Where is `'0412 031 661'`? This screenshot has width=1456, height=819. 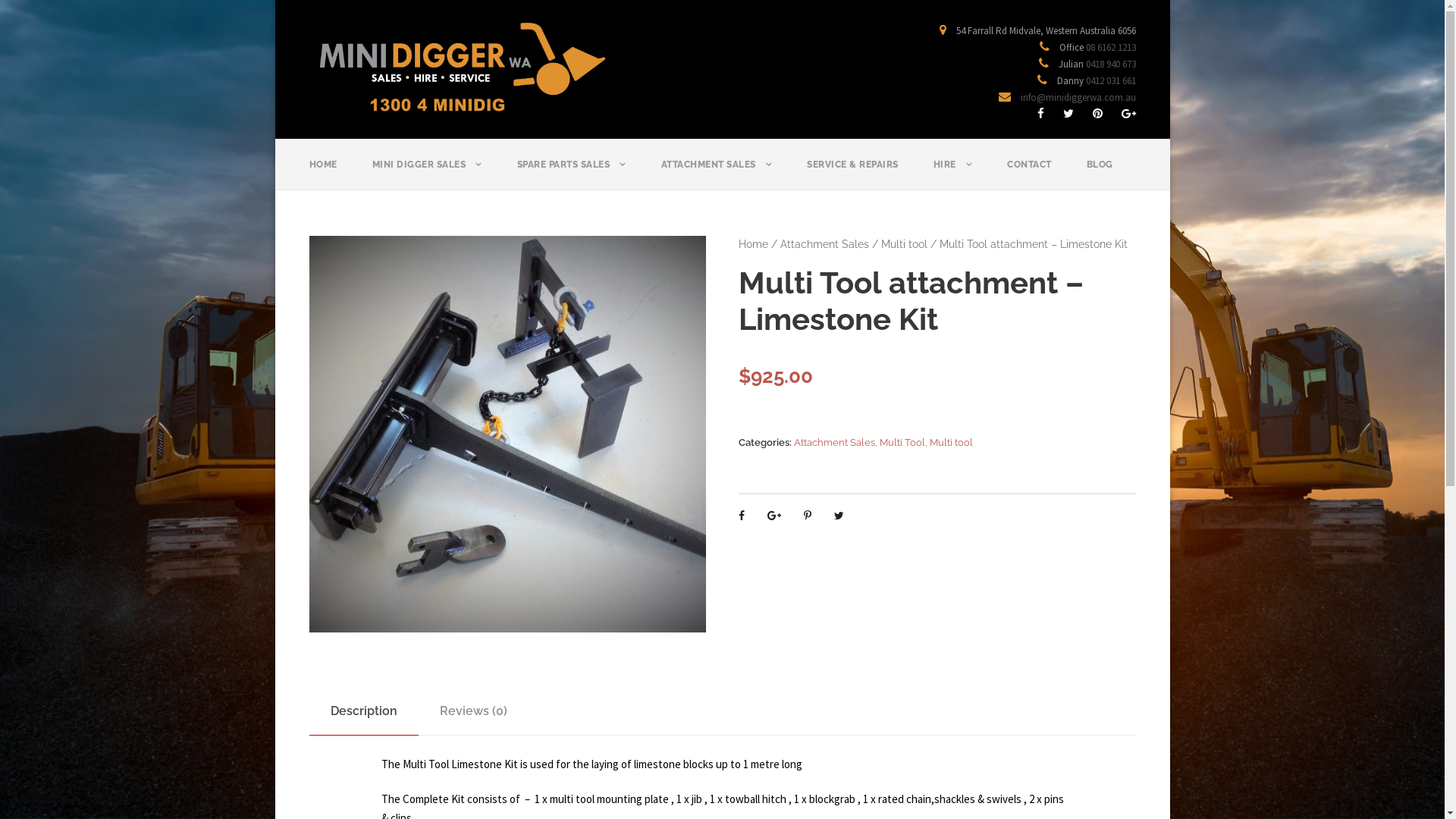
'0412 031 661' is located at coordinates (1110, 80).